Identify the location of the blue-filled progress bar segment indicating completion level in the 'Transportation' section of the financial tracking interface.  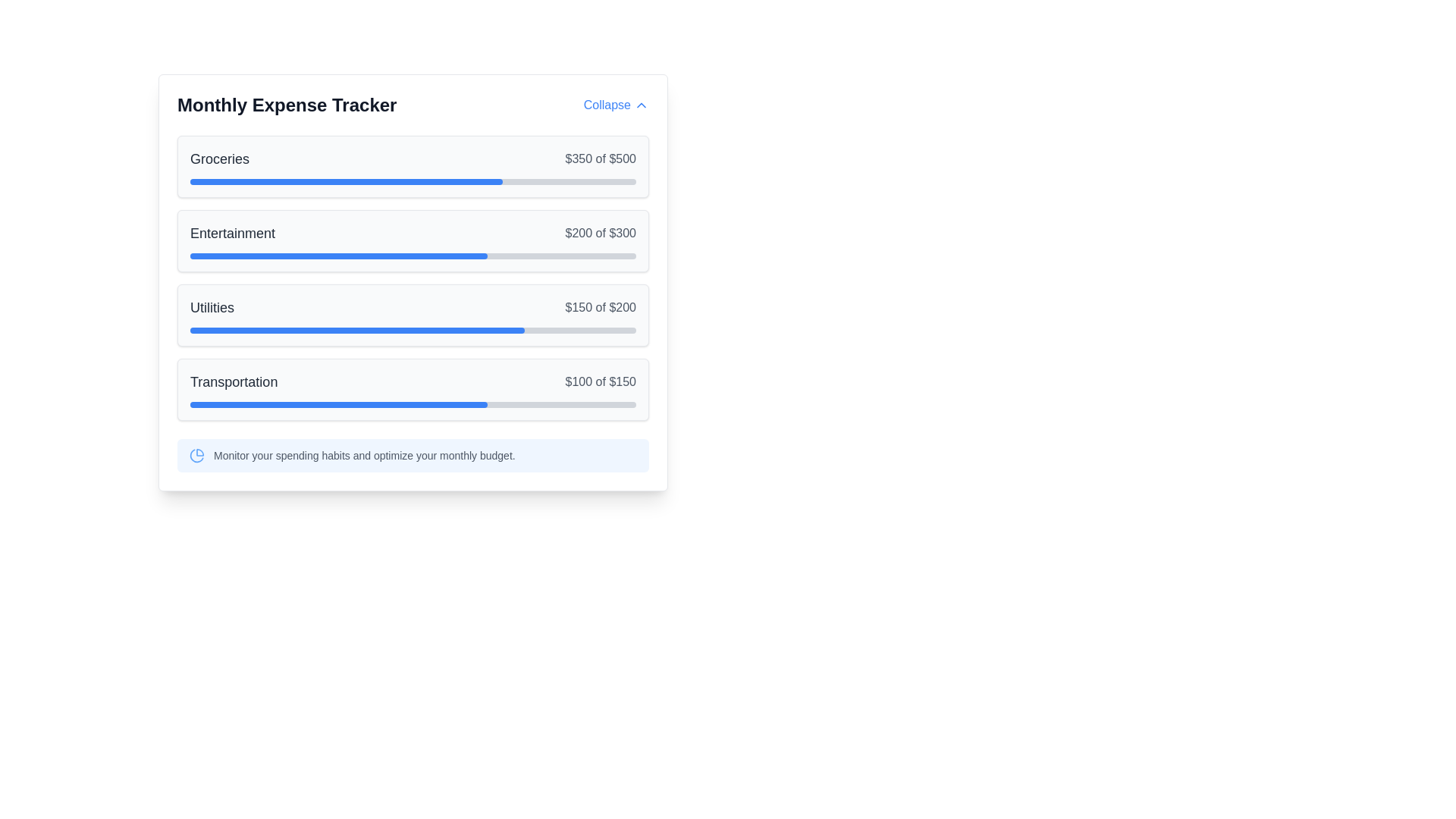
(337, 403).